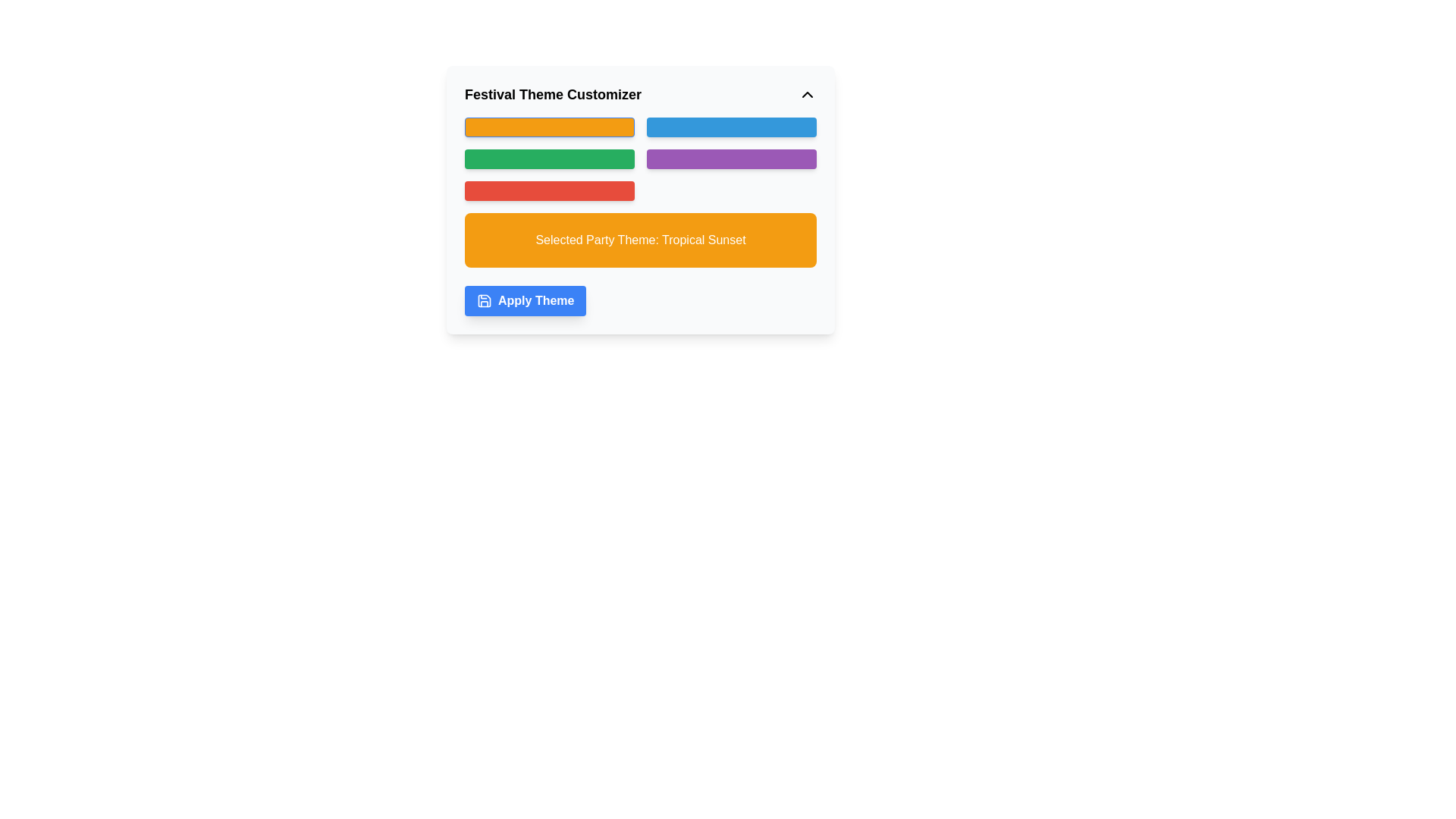 The height and width of the screenshot is (819, 1456). Describe the element at coordinates (548, 158) in the screenshot. I see `the 'Forest Whisper' button` at that location.